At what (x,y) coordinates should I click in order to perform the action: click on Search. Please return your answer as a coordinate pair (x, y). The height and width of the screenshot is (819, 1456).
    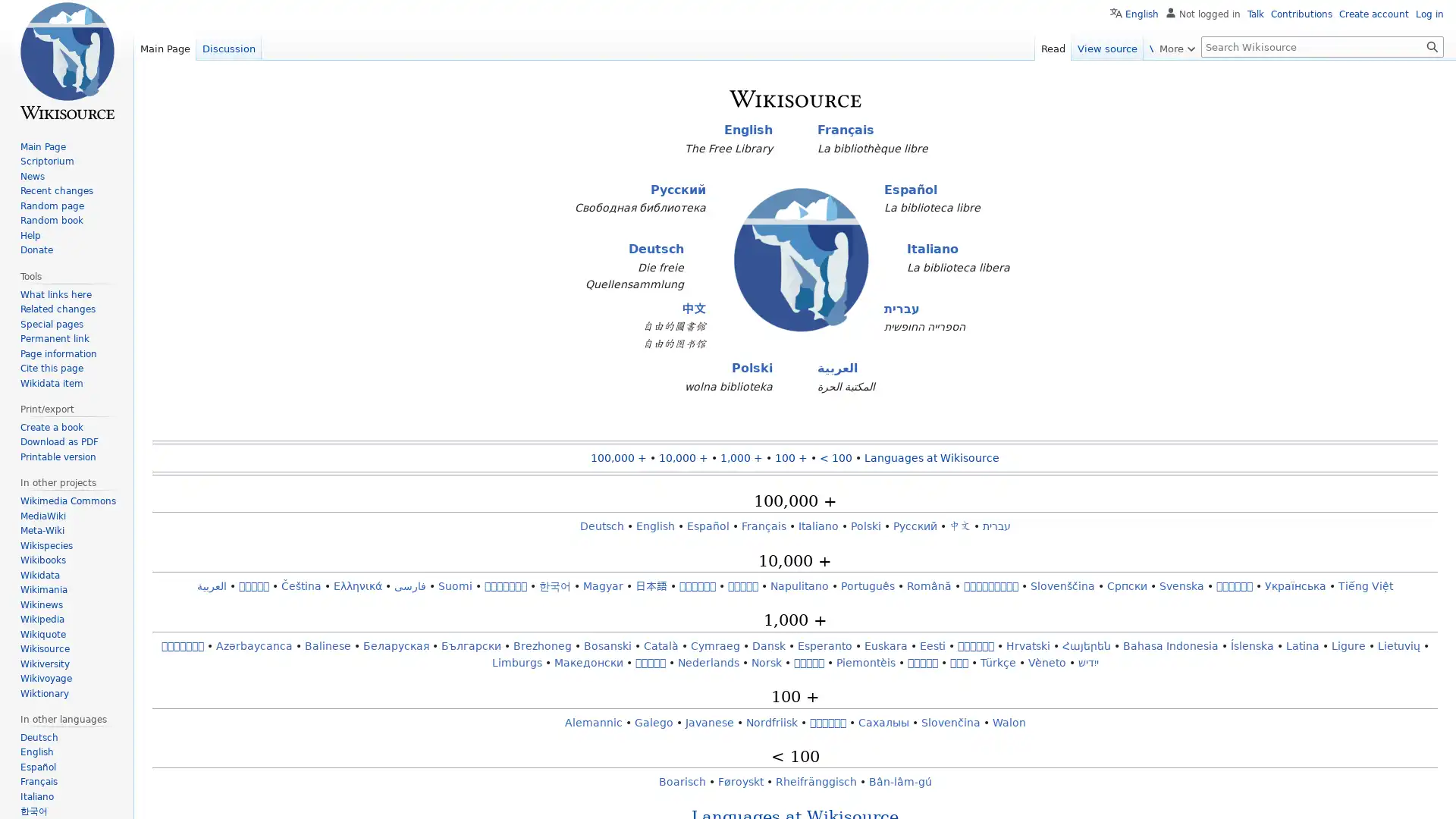
    Looking at the image, I should click on (1432, 45).